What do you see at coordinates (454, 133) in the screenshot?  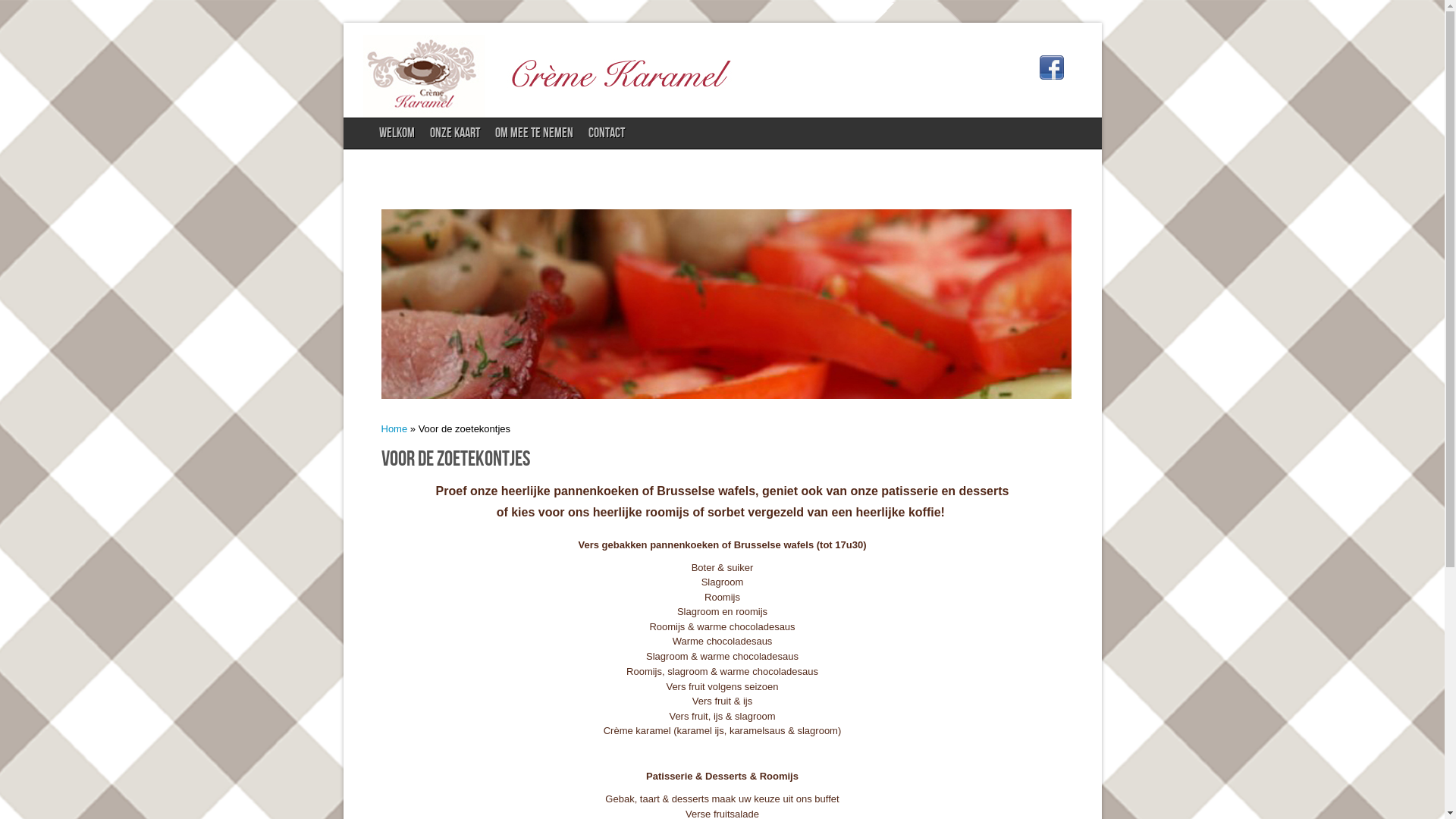 I see `'ONZE KAART'` at bounding box center [454, 133].